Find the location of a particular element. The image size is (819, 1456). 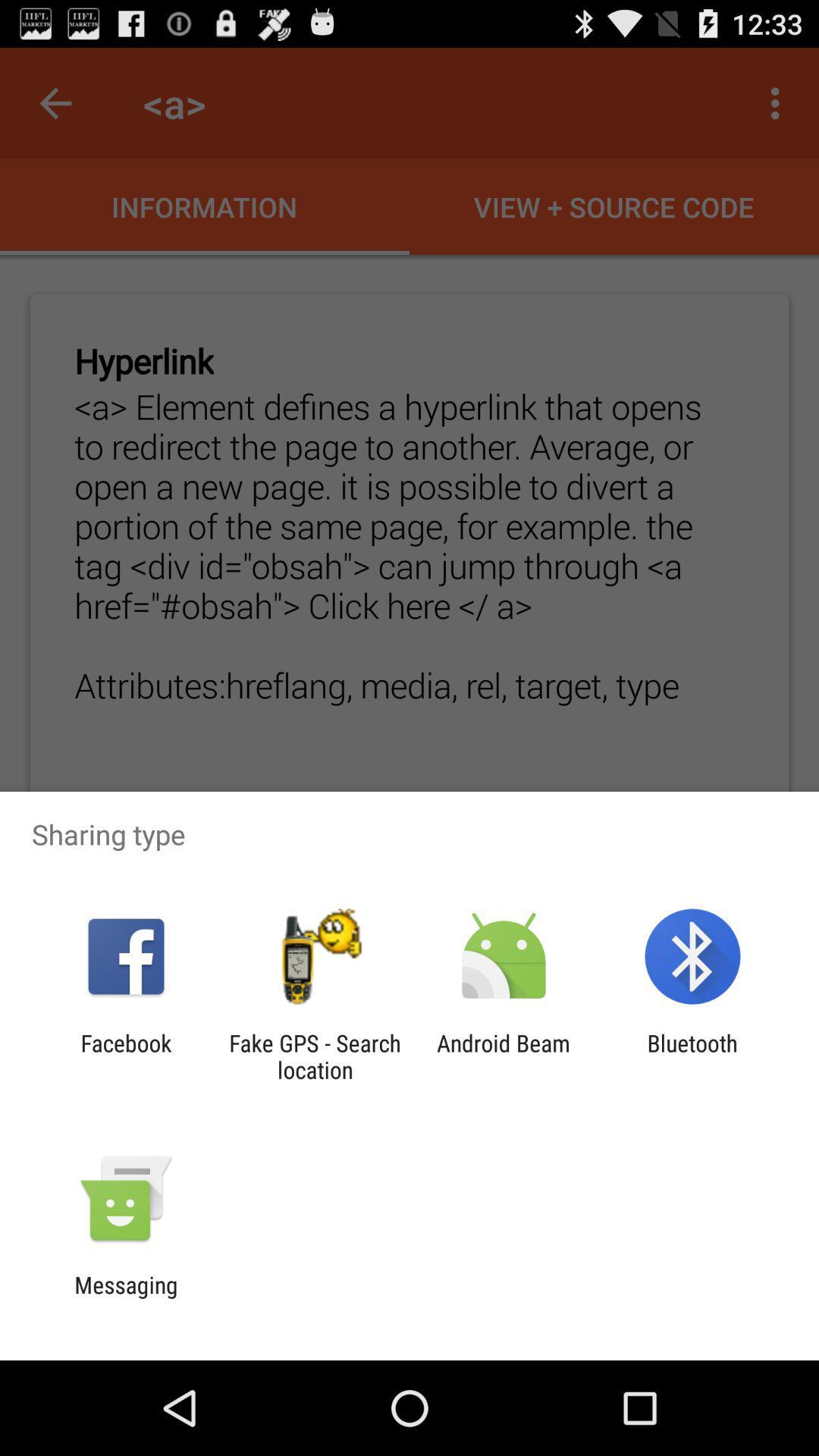

the facebook icon is located at coordinates (125, 1056).